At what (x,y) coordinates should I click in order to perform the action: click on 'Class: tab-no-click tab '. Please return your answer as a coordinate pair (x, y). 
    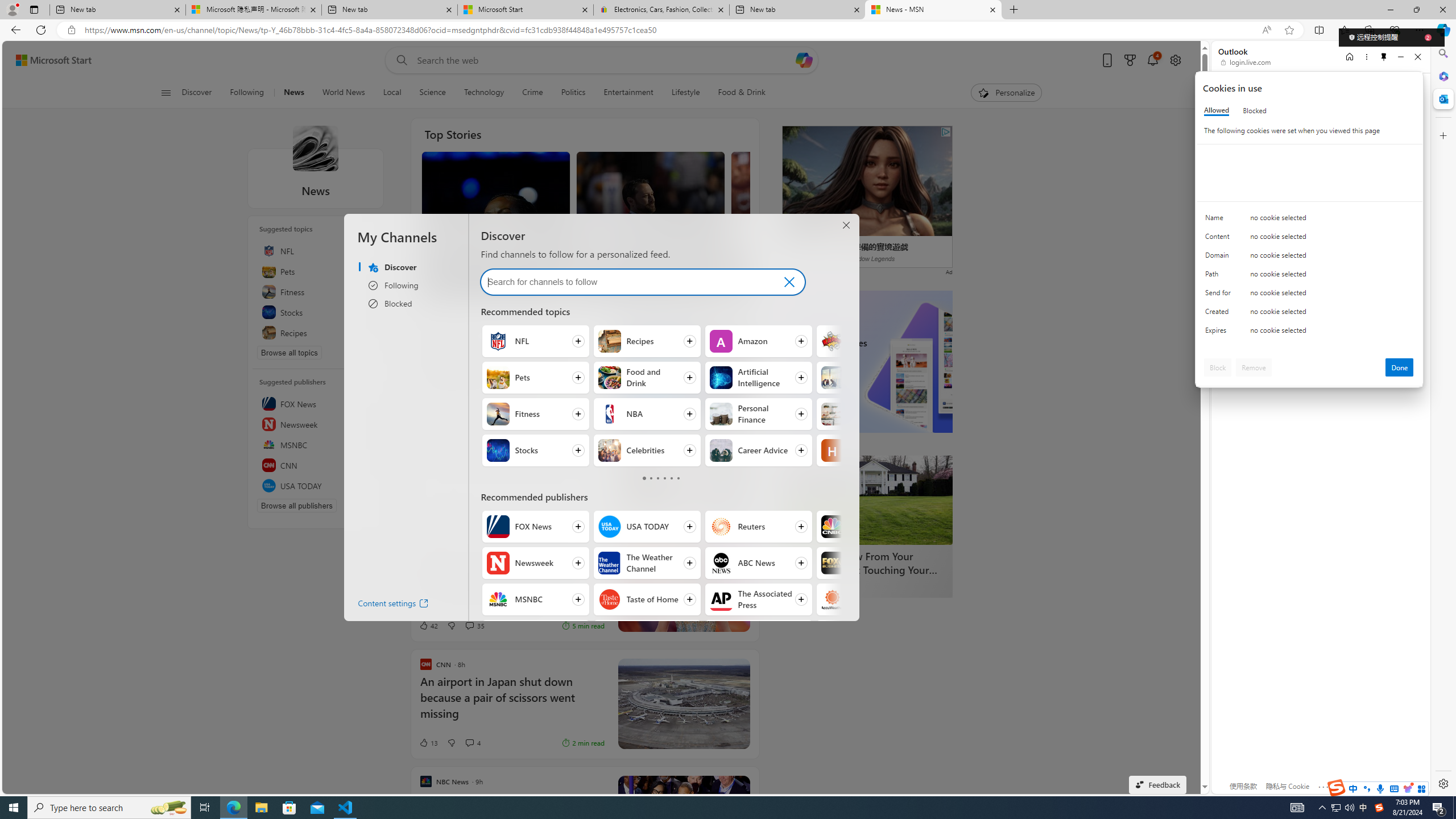
    Looking at the image, I should click on (677, 477).